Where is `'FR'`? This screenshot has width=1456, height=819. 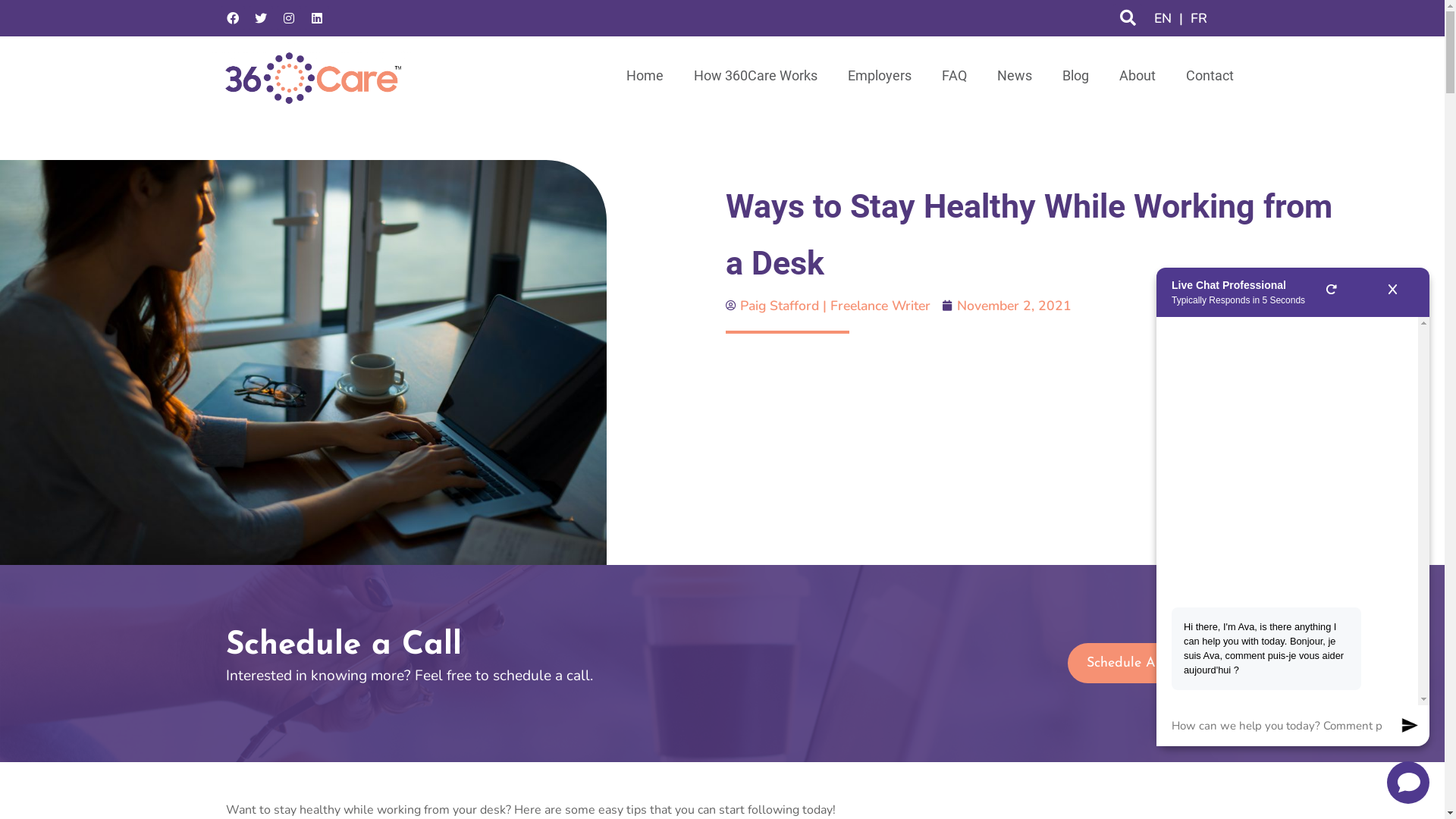
'FR' is located at coordinates (1197, 17).